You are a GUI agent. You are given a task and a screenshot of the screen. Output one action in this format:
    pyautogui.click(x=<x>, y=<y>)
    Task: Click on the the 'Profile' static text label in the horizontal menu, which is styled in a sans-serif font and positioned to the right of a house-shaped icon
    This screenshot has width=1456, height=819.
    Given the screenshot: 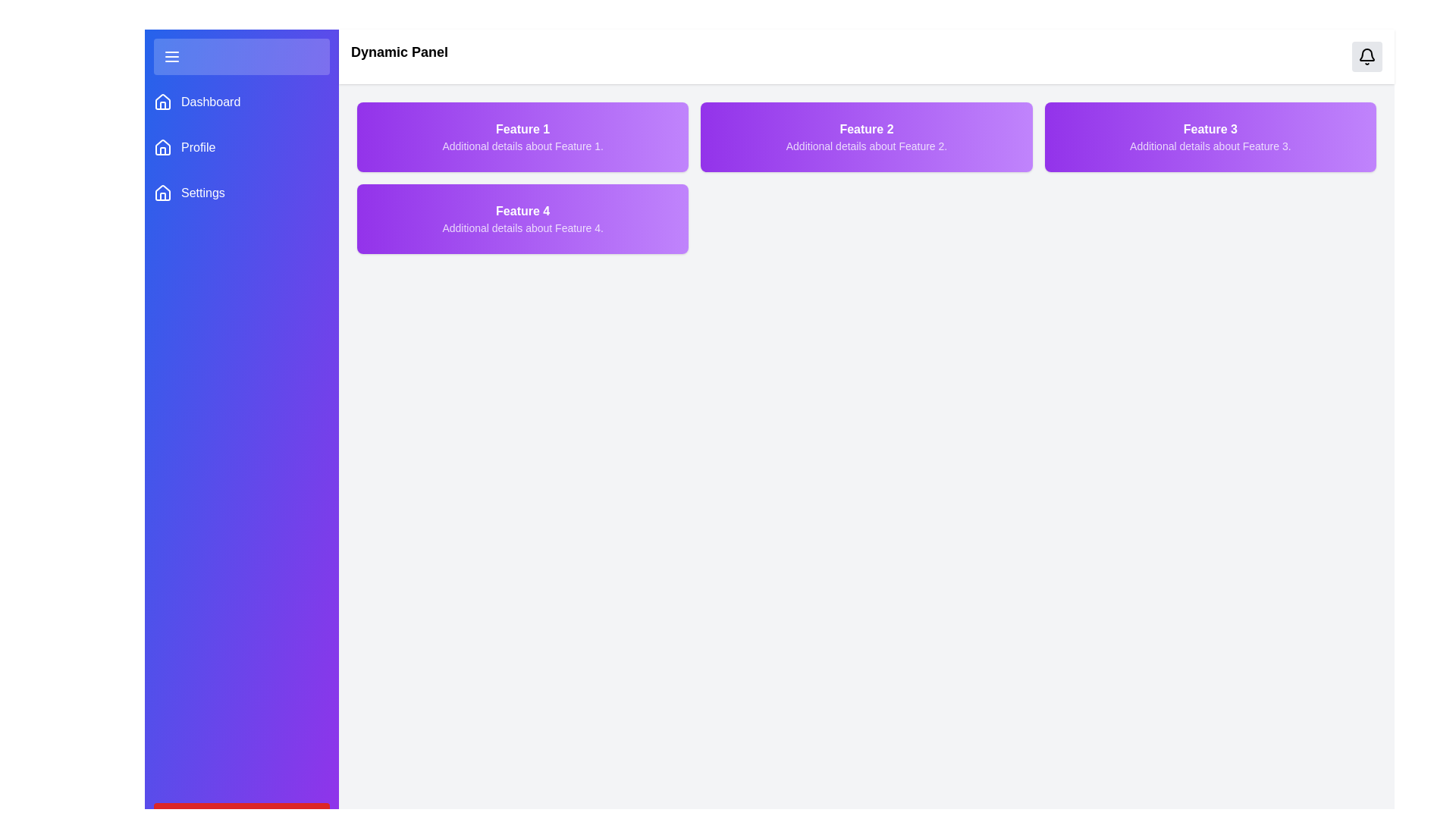 What is the action you would take?
    pyautogui.click(x=197, y=148)
    